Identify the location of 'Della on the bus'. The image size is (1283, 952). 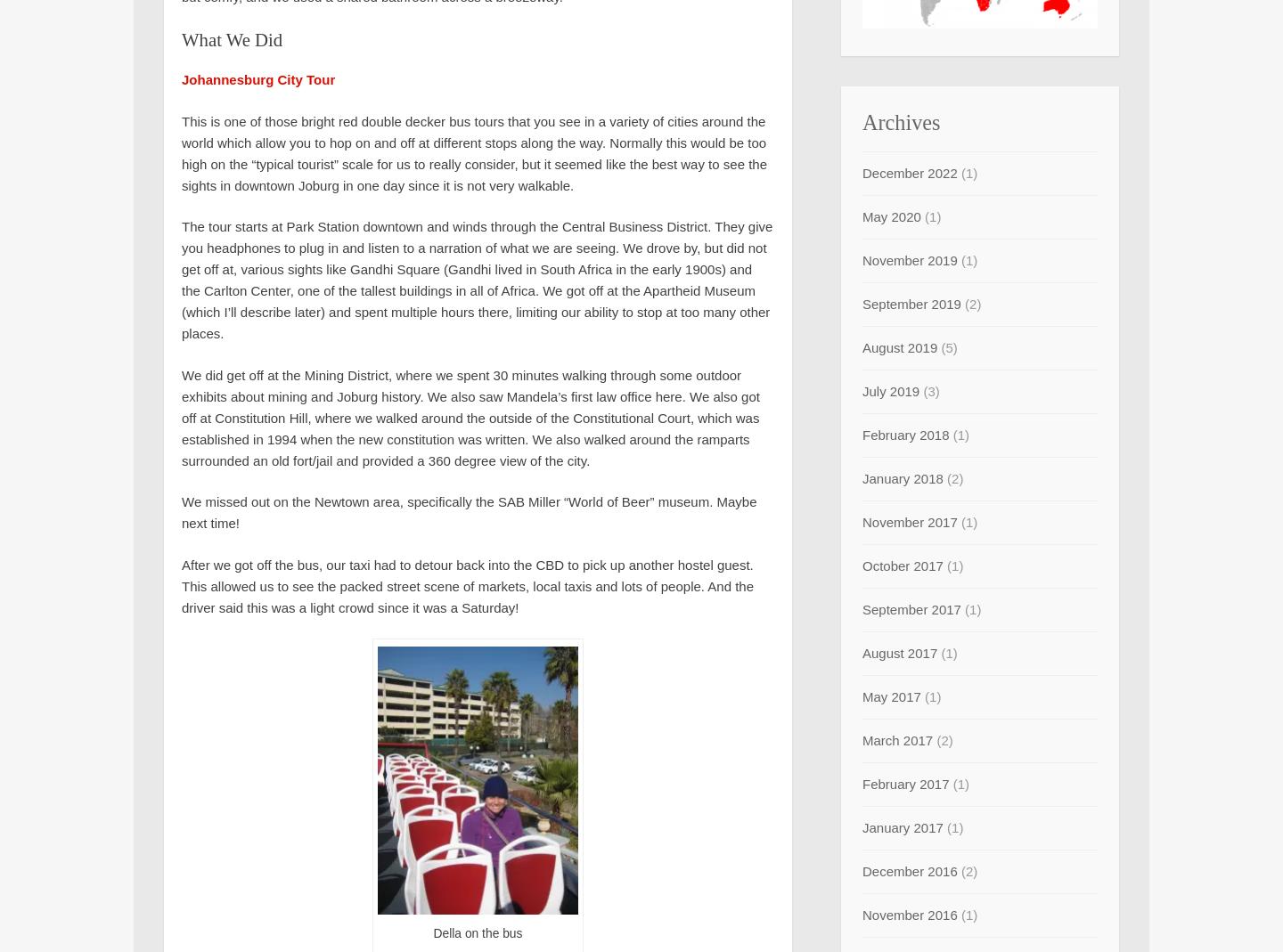
(476, 933).